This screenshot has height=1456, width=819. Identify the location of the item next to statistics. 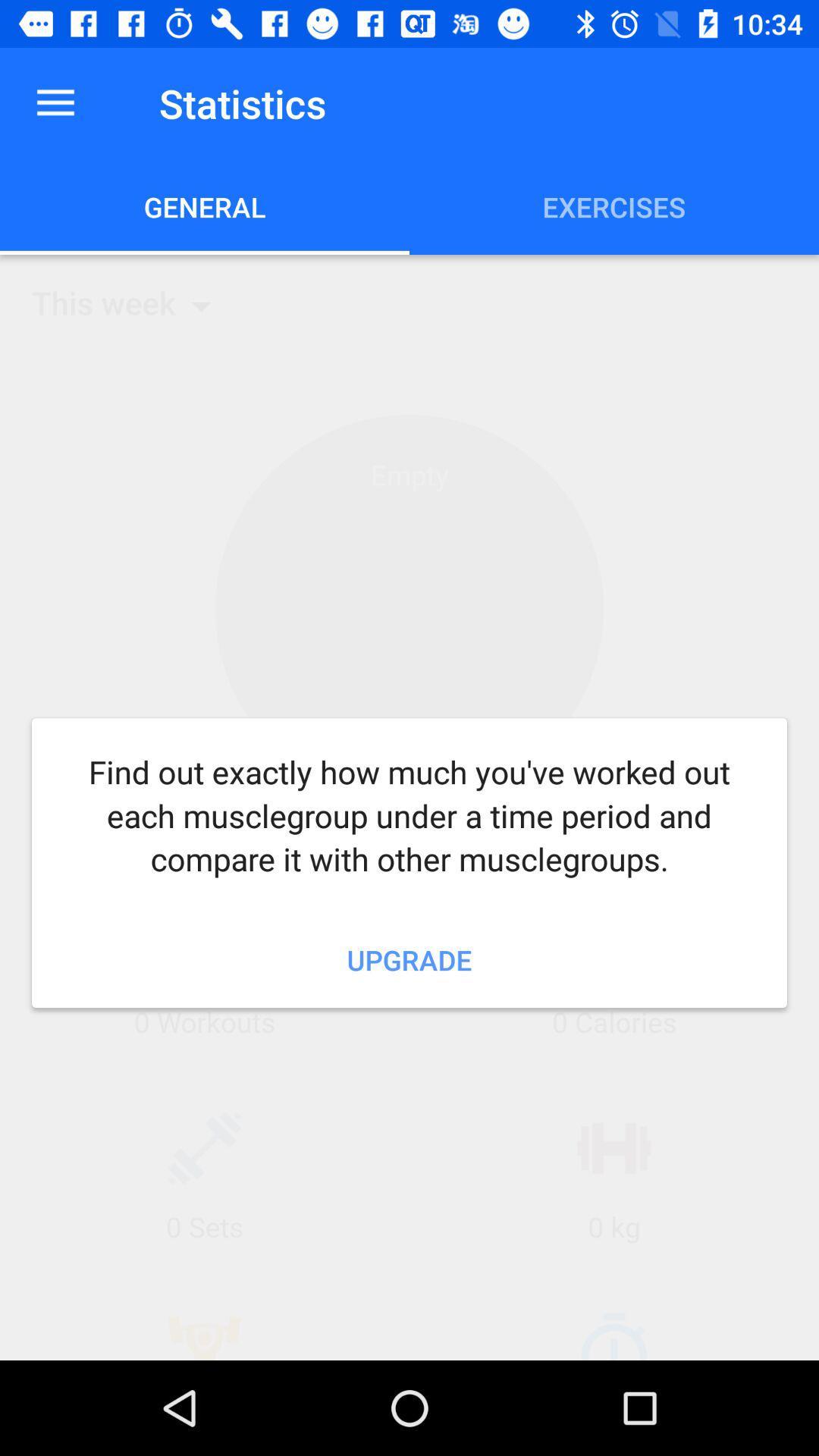
(55, 102).